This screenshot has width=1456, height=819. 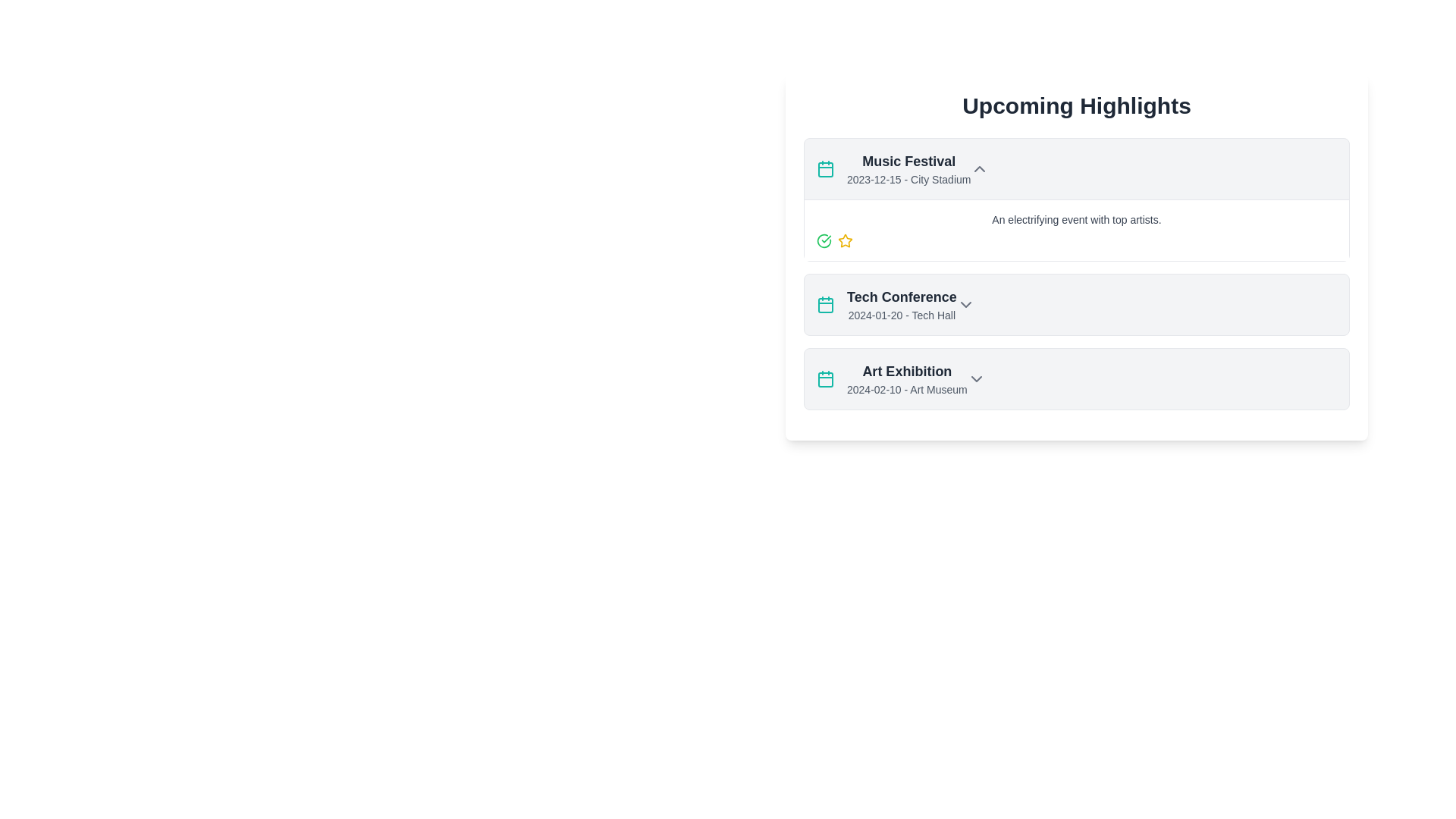 What do you see at coordinates (907, 371) in the screenshot?
I see `text content of the 'Art Exhibition' label located at the top of its group in the events list` at bounding box center [907, 371].